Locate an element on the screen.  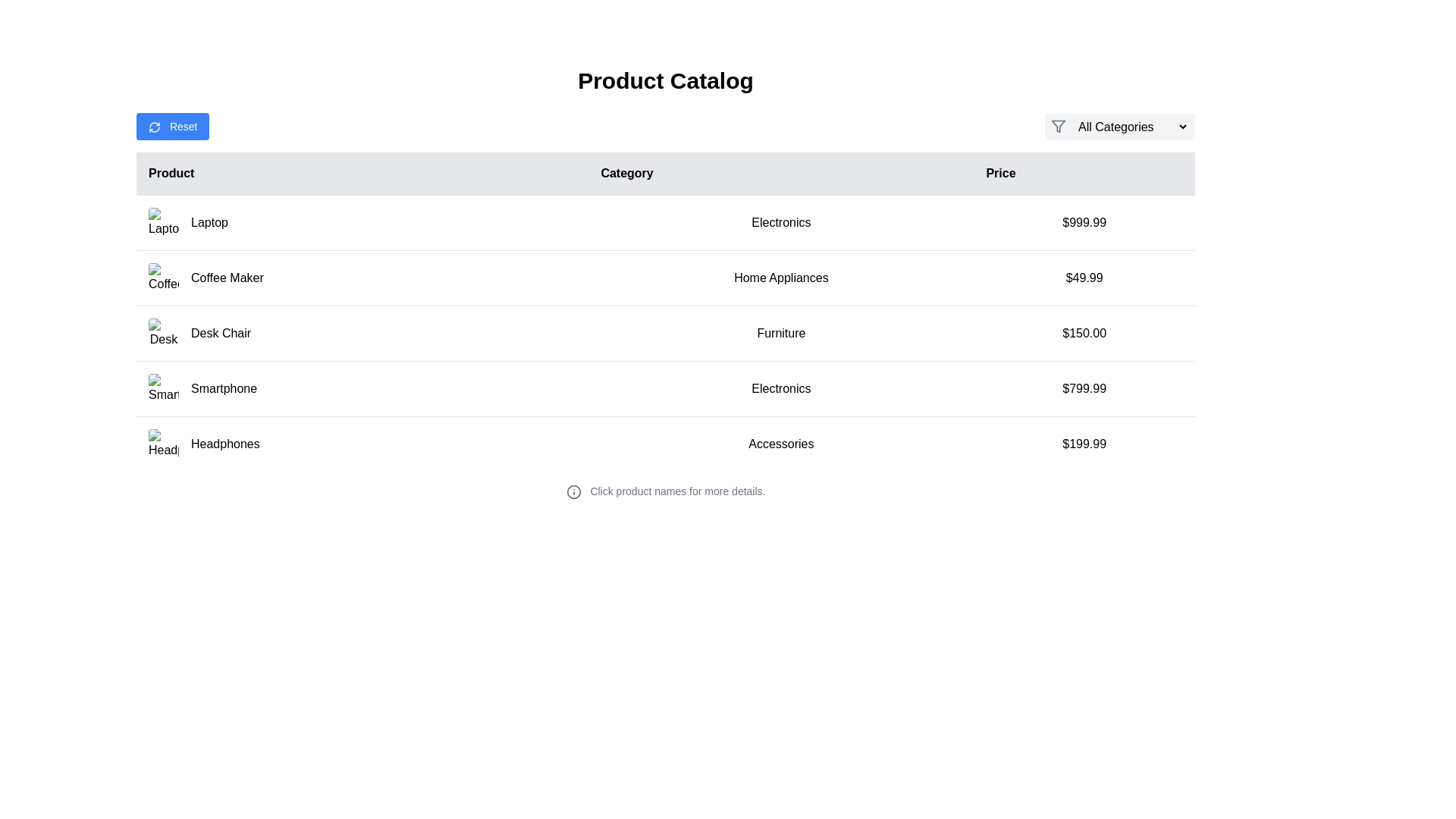
the 'Smartphone' category label located in the third column of the tabular interface, positioned between the 'Product' and 'Price' columns is located at coordinates (781, 388).